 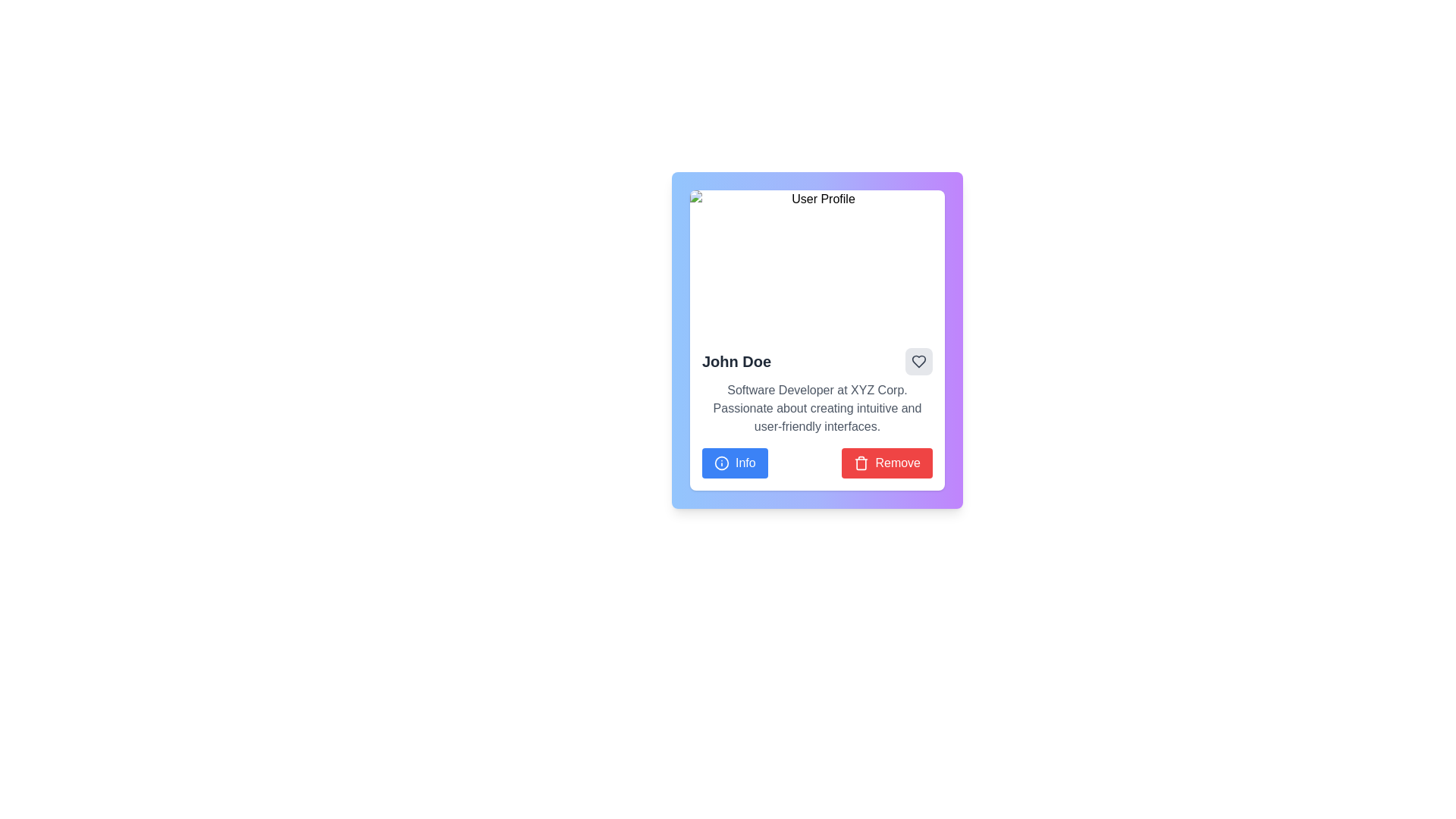 What do you see at coordinates (861, 462) in the screenshot?
I see `the trash bin icon within the red 'Remove' button` at bounding box center [861, 462].